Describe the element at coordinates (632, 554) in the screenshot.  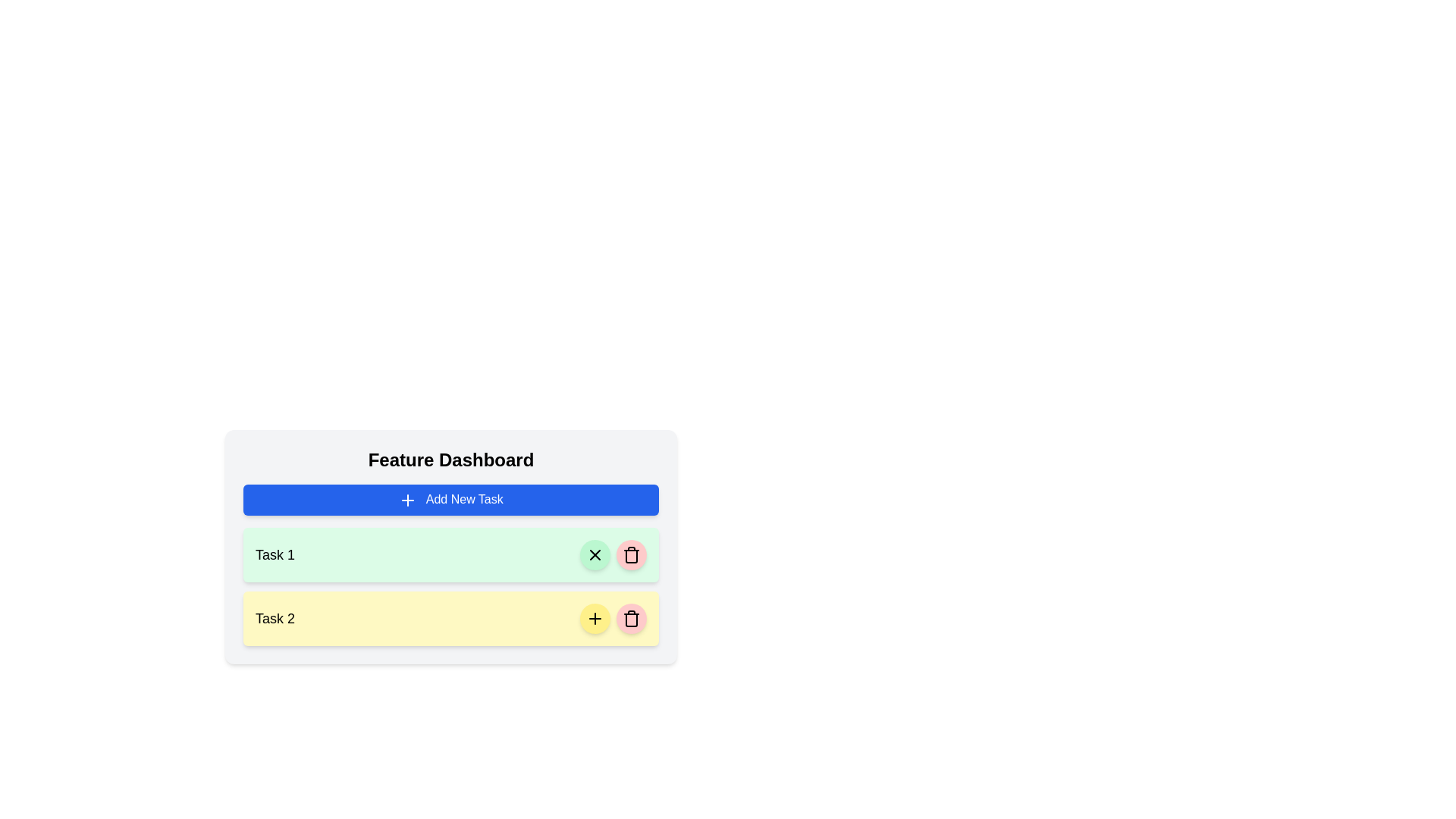
I see `the trash can icon button located to the right of the second task entry` at that location.